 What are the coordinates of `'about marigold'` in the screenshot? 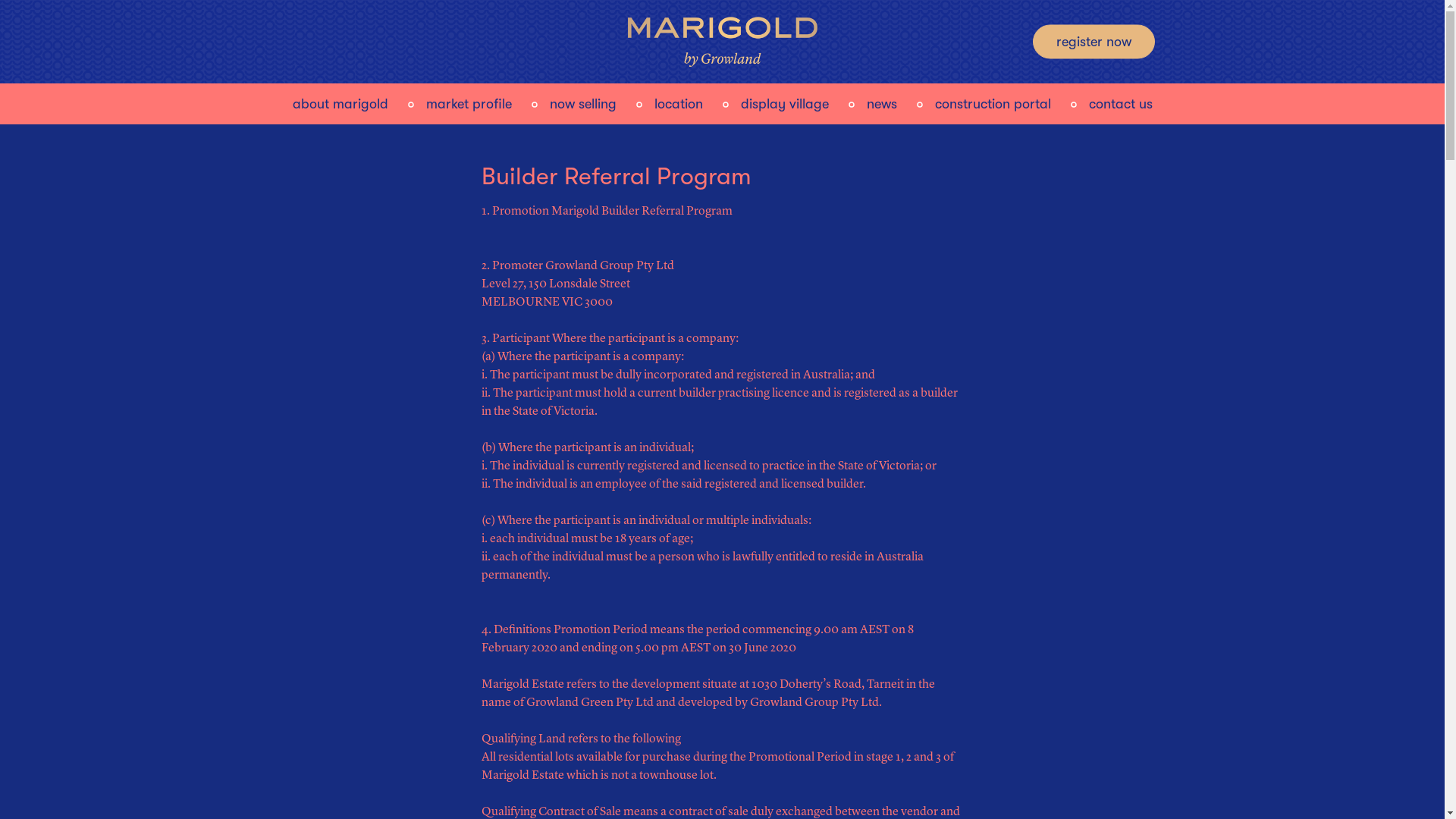 It's located at (340, 101).